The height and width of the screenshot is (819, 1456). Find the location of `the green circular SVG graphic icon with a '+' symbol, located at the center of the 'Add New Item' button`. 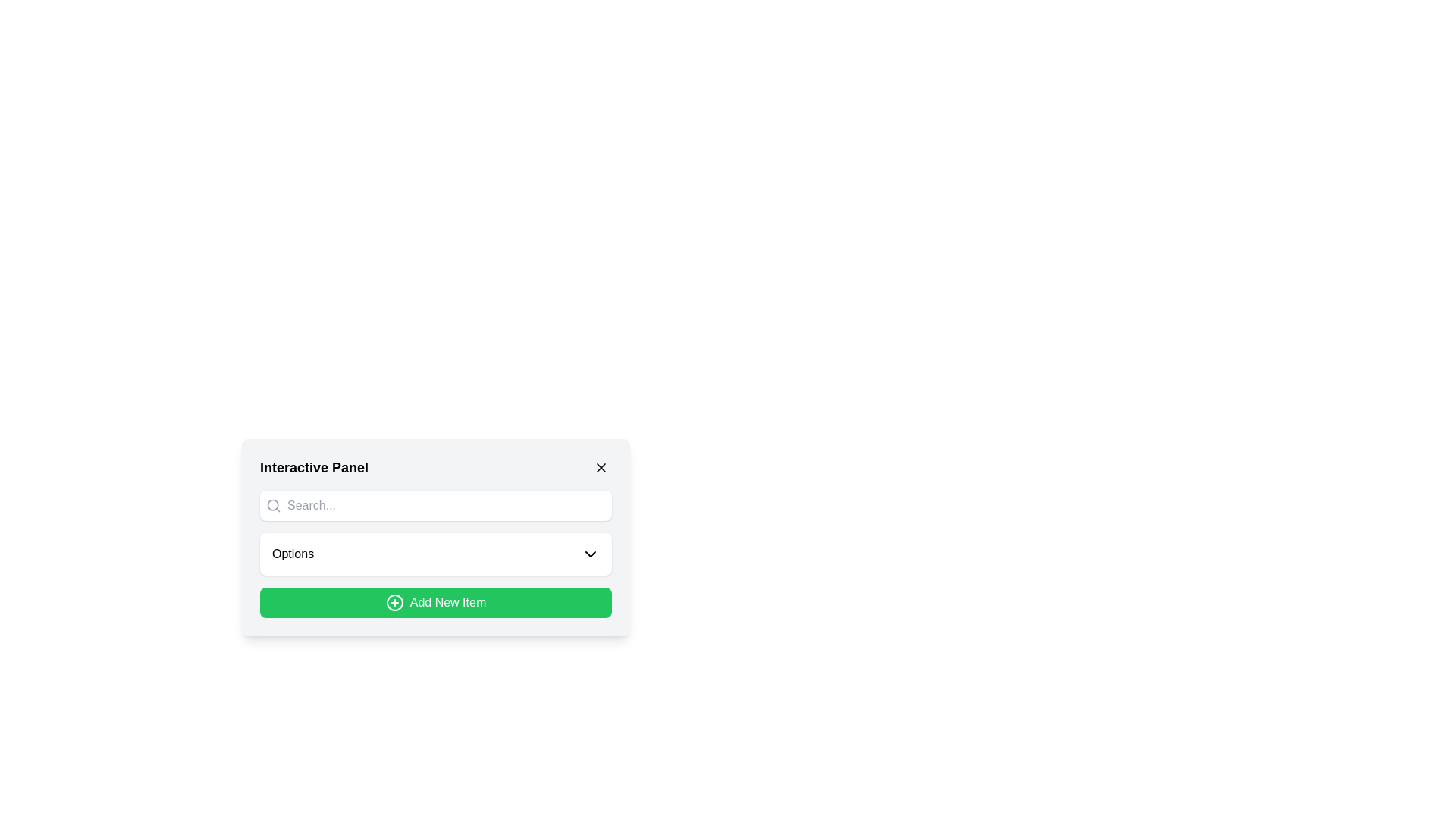

the green circular SVG graphic icon with a '+' symbol, located at the center of the 'Add New Item' button is located at coordinates (394, 601).